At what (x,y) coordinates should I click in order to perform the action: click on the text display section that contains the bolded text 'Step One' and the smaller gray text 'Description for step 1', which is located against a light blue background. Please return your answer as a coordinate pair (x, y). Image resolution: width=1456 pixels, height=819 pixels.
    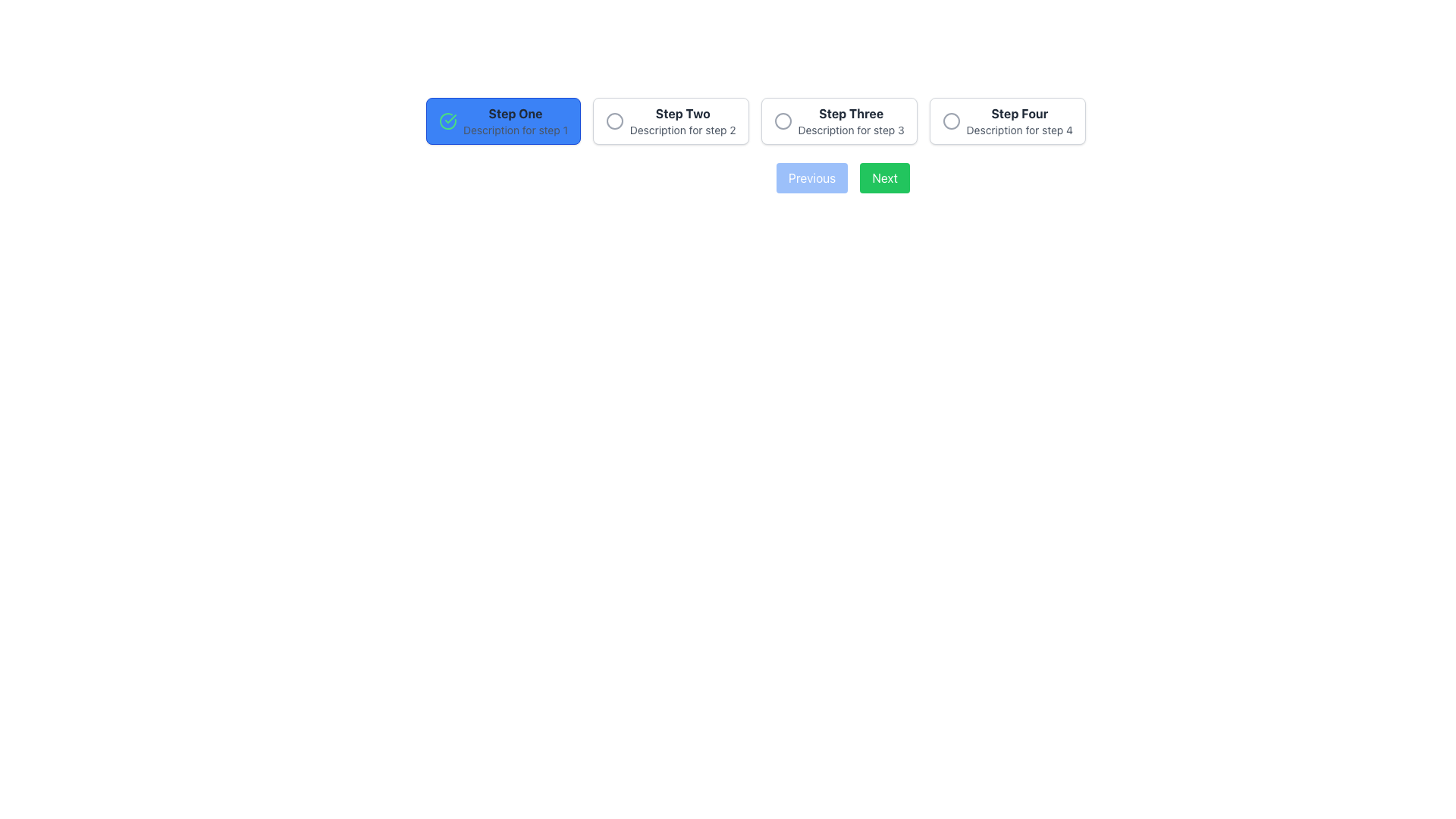
    Looking at the image, I should click on (515, 120).